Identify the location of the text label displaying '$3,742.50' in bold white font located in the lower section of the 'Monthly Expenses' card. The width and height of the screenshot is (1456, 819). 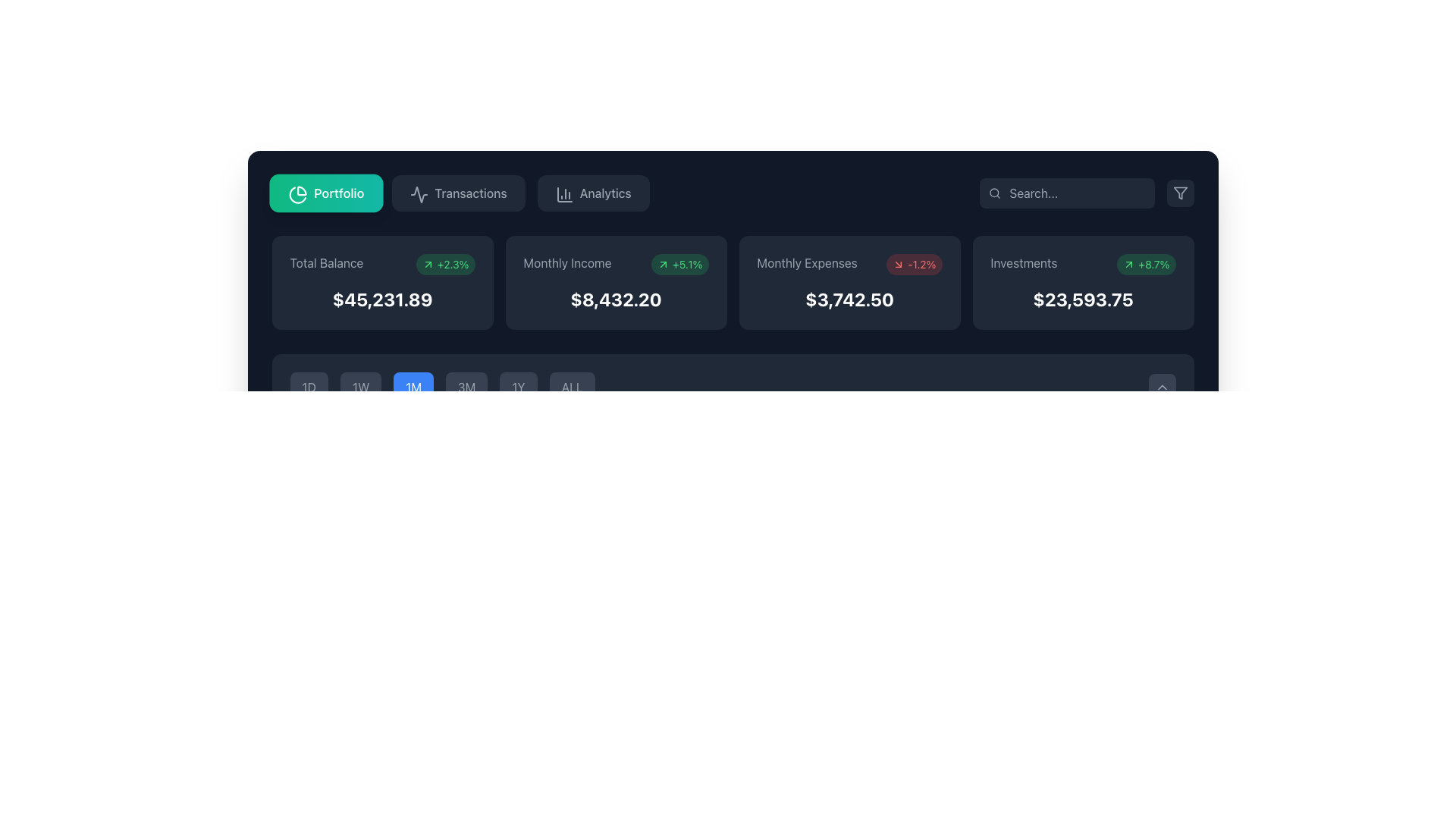
(849, 299).